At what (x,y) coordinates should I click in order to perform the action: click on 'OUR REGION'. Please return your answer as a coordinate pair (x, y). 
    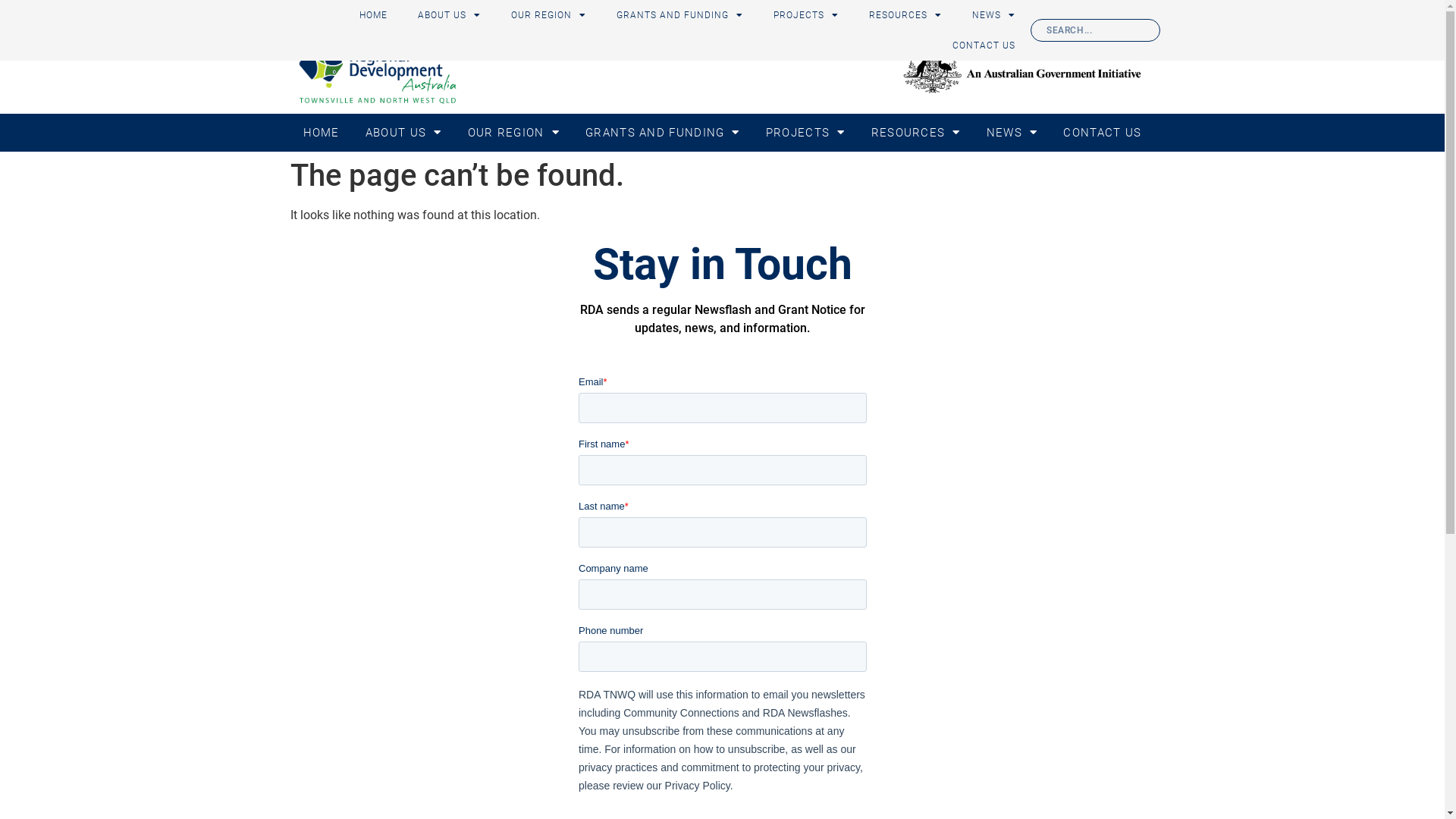
    Looking at the image, I should click on (495, 14).